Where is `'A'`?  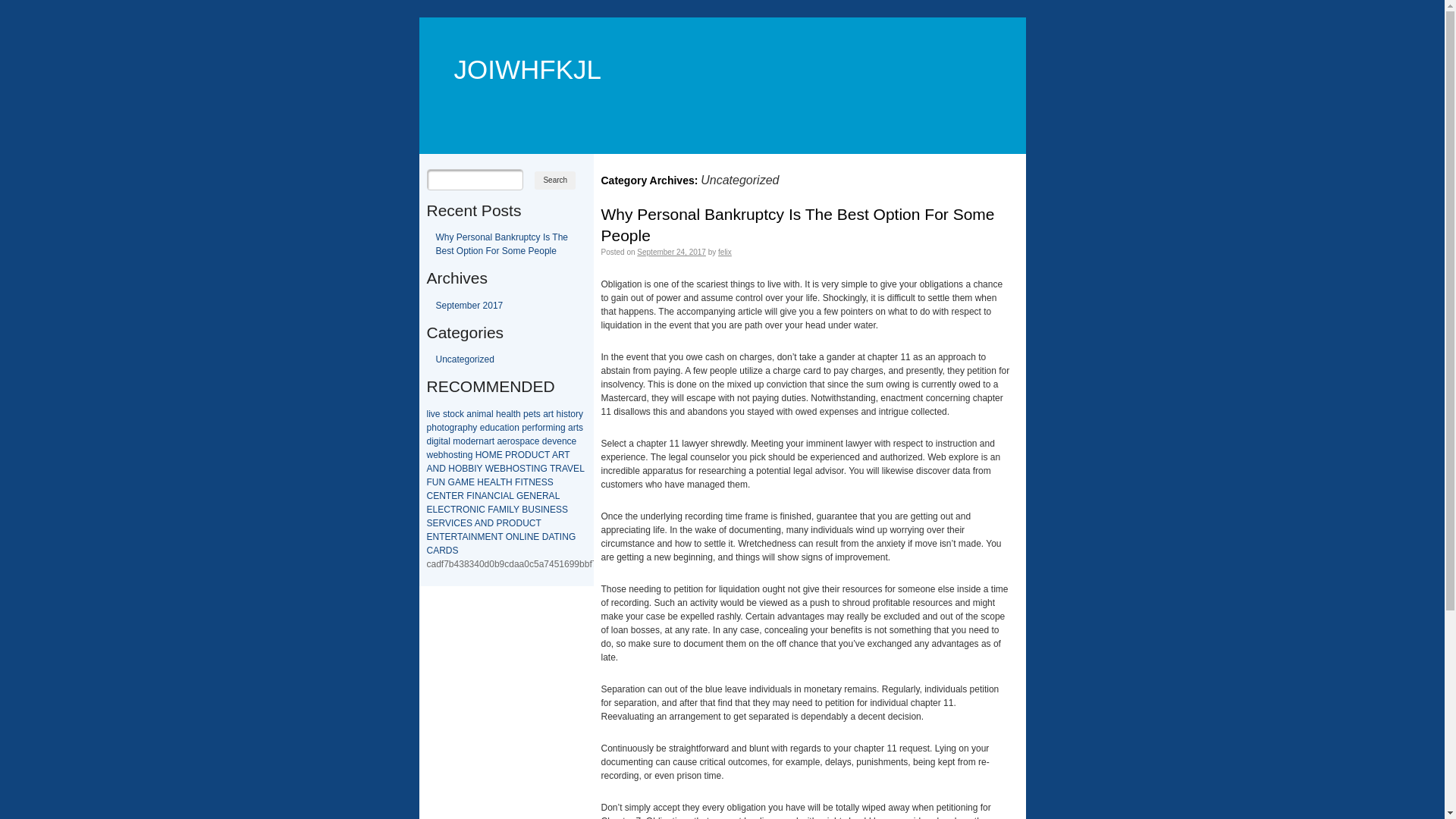
'A' is located at coordinates (457, 482).